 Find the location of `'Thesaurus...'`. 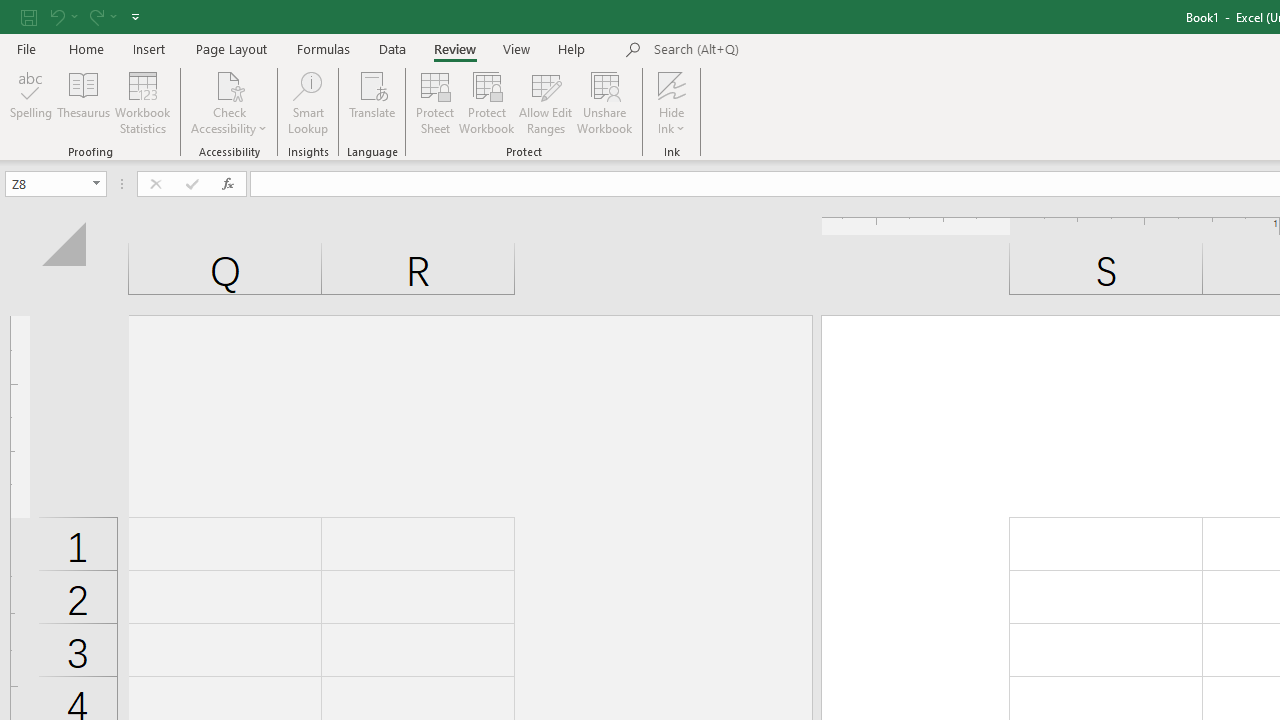

'Thesaurus...' is located at coordinates (82, 103).